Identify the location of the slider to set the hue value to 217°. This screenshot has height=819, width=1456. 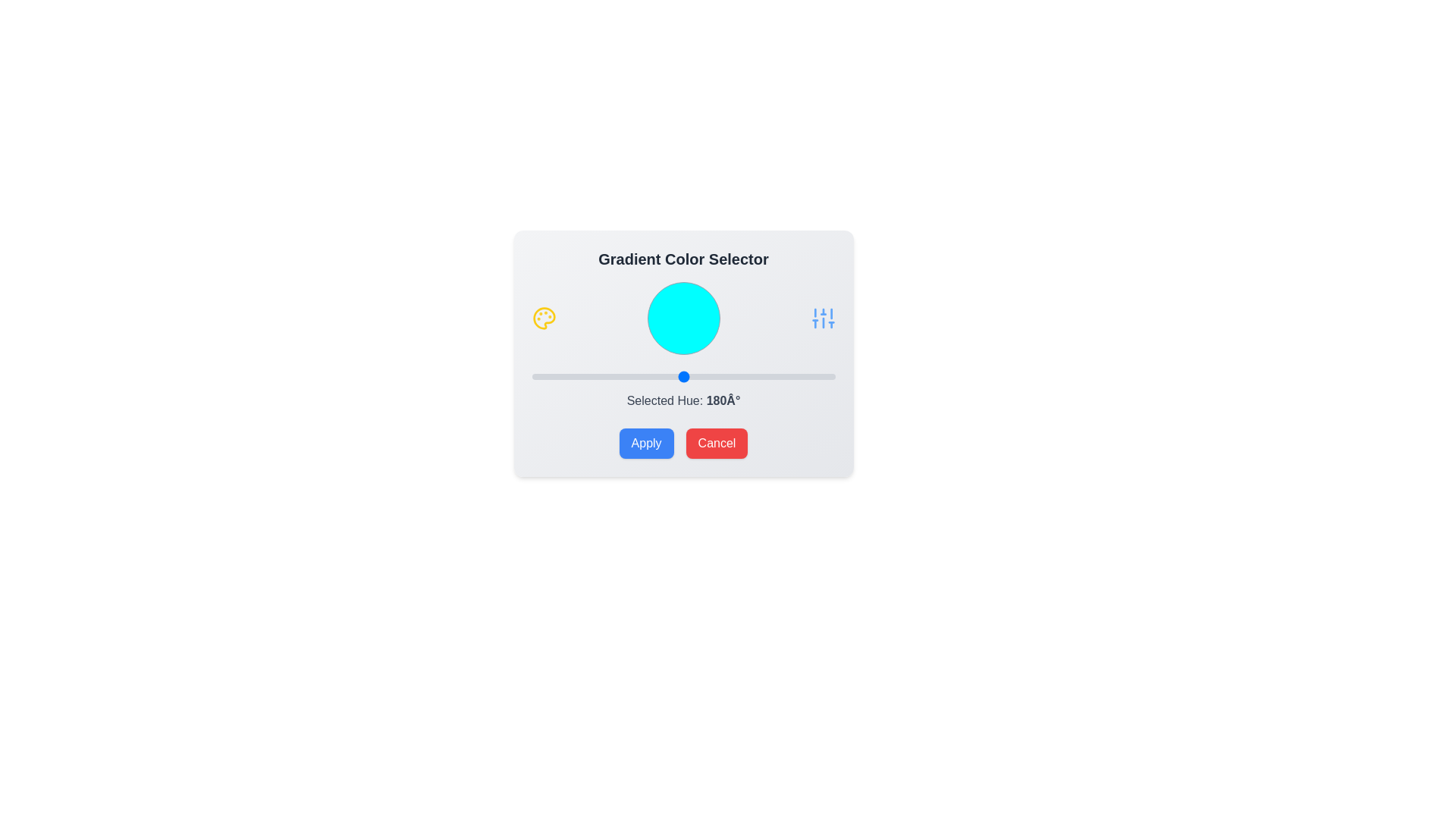
(714, 376).